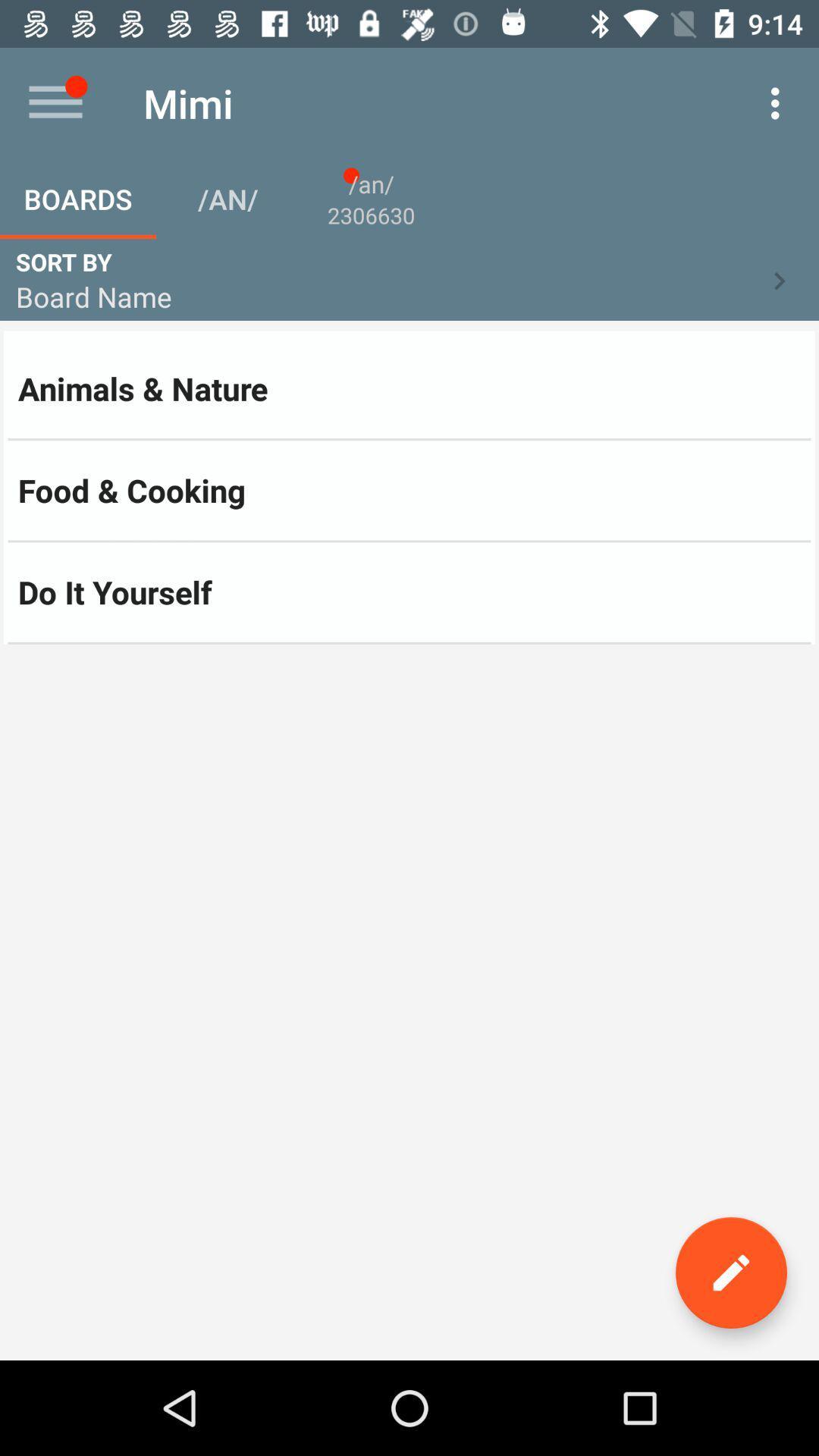 Image resolution: width=819 pixels, height=1456 pixels. What do you see at coordinates (55, 102) in the screenshot?
I see `main menu option` at bounding box center [55, 102].